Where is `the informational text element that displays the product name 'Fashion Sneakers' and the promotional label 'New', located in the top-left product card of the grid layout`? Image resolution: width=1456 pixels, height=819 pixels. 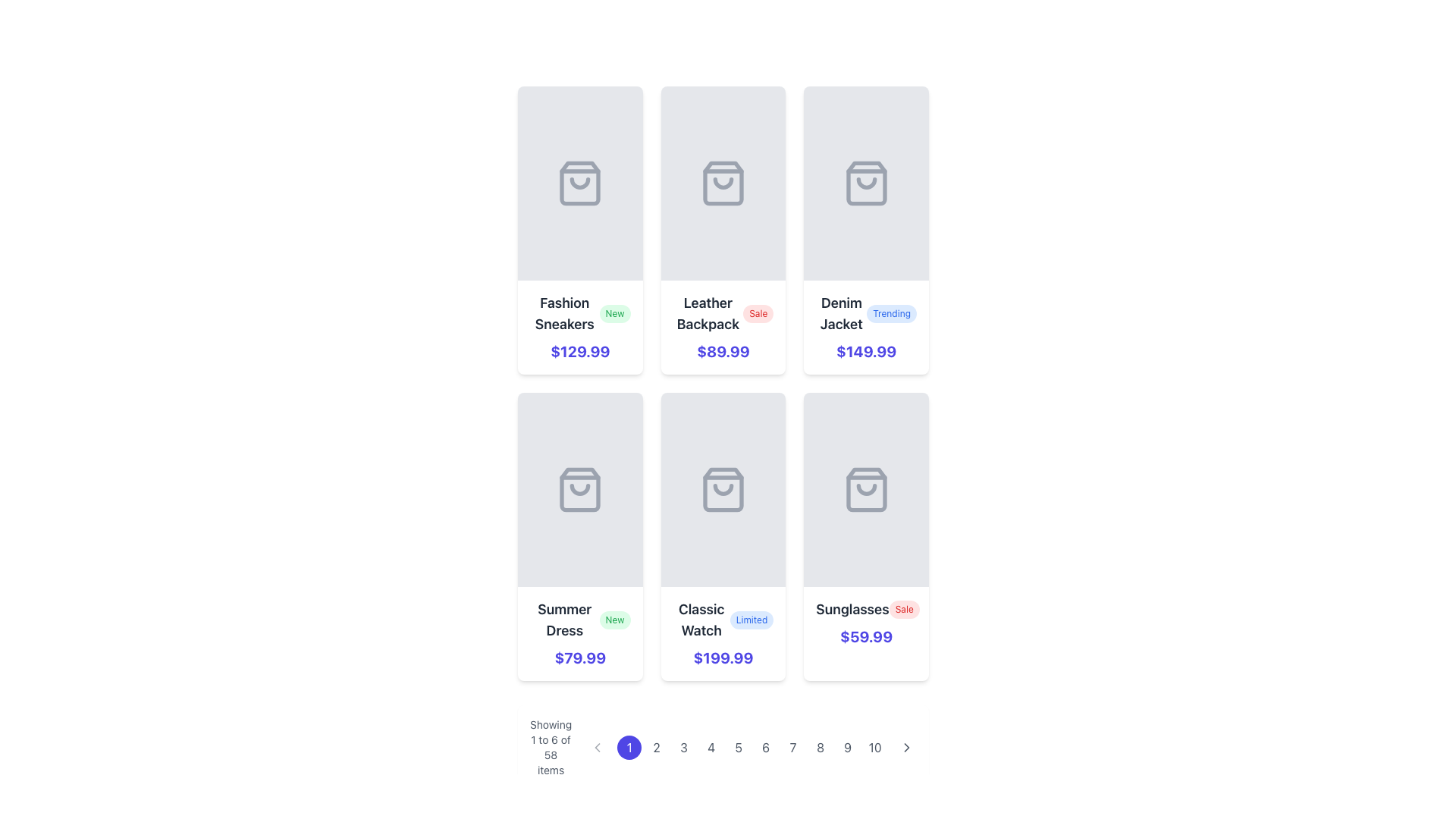 the informational text element that displays the product name 'Fashion Sneakers' and the promotional label 'New', located in the top-left product card of the grid layout is located at coordinates (579, 312).